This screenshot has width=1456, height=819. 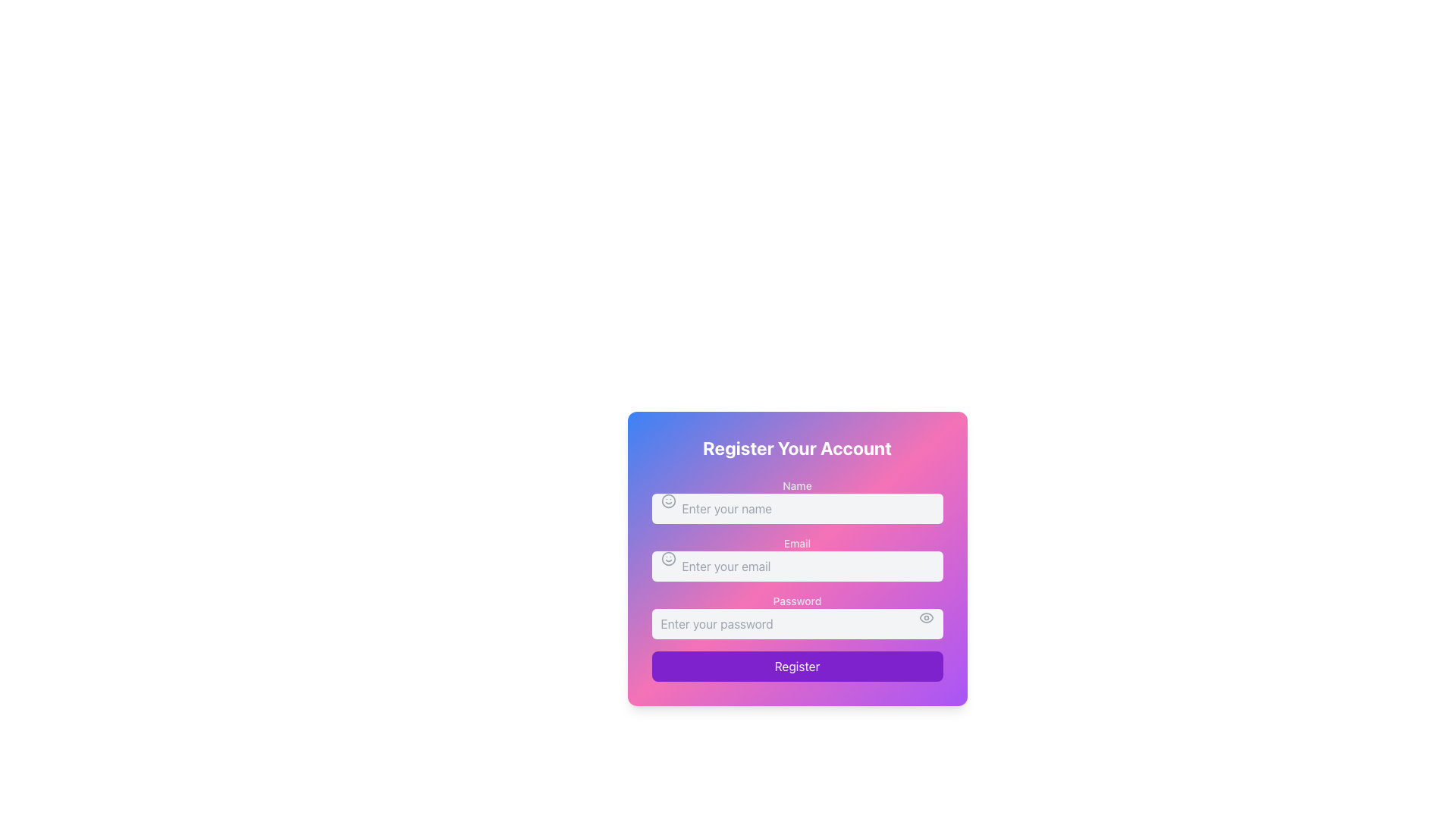 What do you see at coordinates (925, 617) in the screenshot?
I see `the eye-shaped icon located at the right end of the 'Password' input field in the registration form to receive tooltip information` at bounding box center [925, 617].